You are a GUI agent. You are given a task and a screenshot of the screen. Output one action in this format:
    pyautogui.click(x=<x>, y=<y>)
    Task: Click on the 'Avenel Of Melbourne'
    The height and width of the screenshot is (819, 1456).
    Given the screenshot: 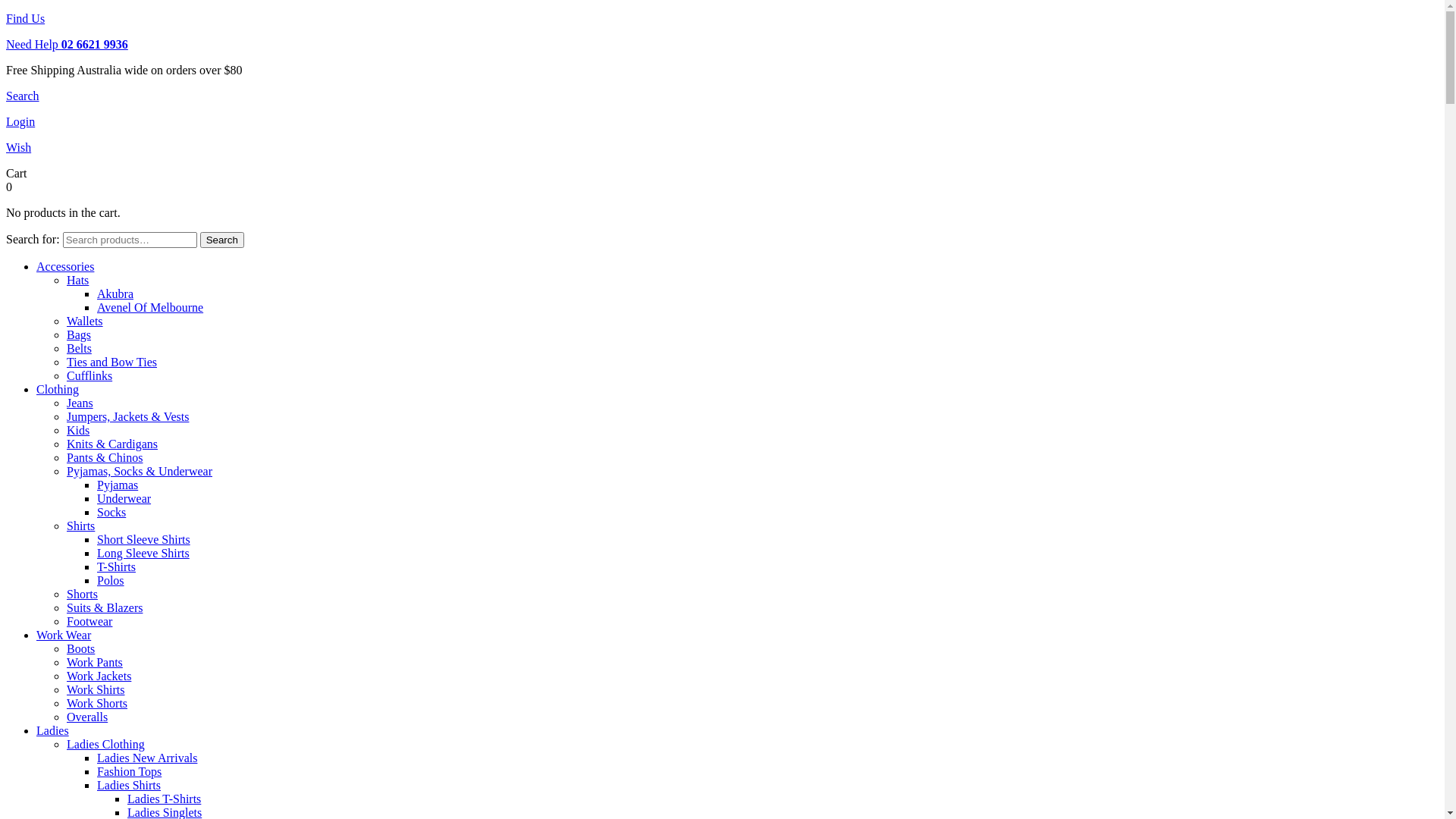 What is the action you would take?
    pyautogui.click(x=149, y=307)
    